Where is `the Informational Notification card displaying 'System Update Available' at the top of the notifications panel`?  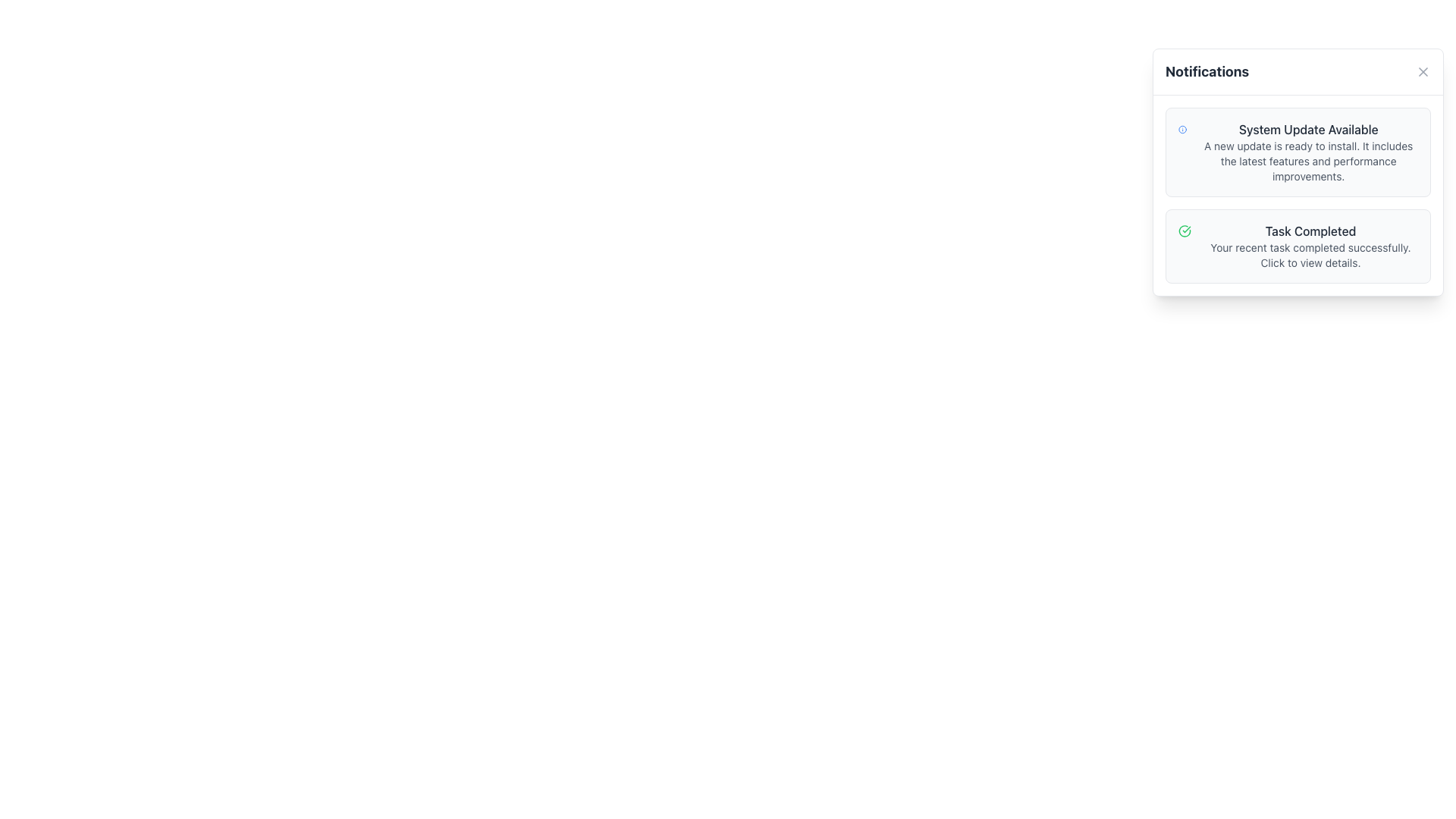 the Informational Notification card displaying 'System Update Available' at the top of the notifications panel is located at coordinates (1307, 152).